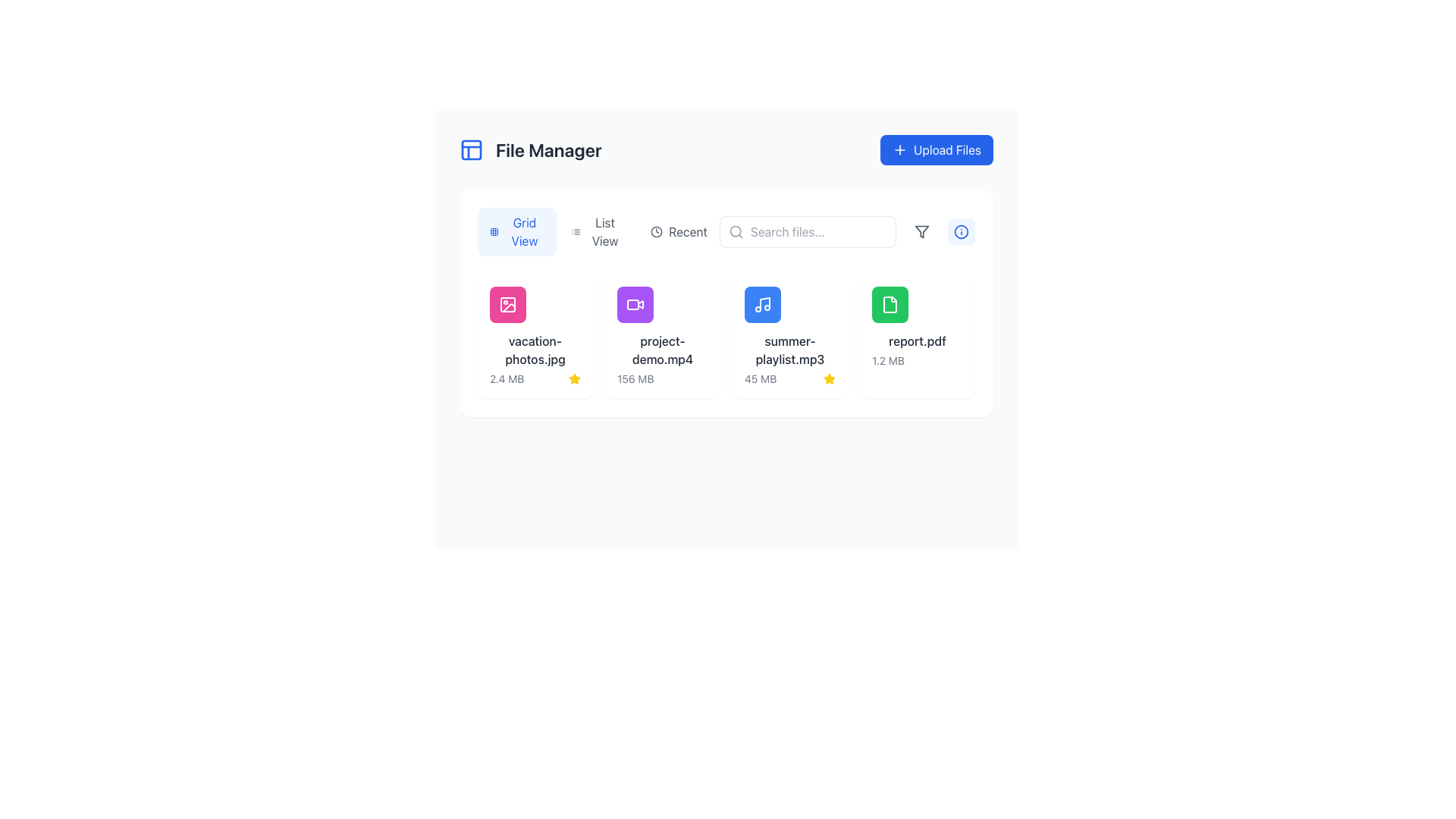 This screenshot has width=1456, height=819. I want to click on the 'recent' Text label located to the right of the small clock icon in the toolbar near the top center of the application interface, so click(687, 231).